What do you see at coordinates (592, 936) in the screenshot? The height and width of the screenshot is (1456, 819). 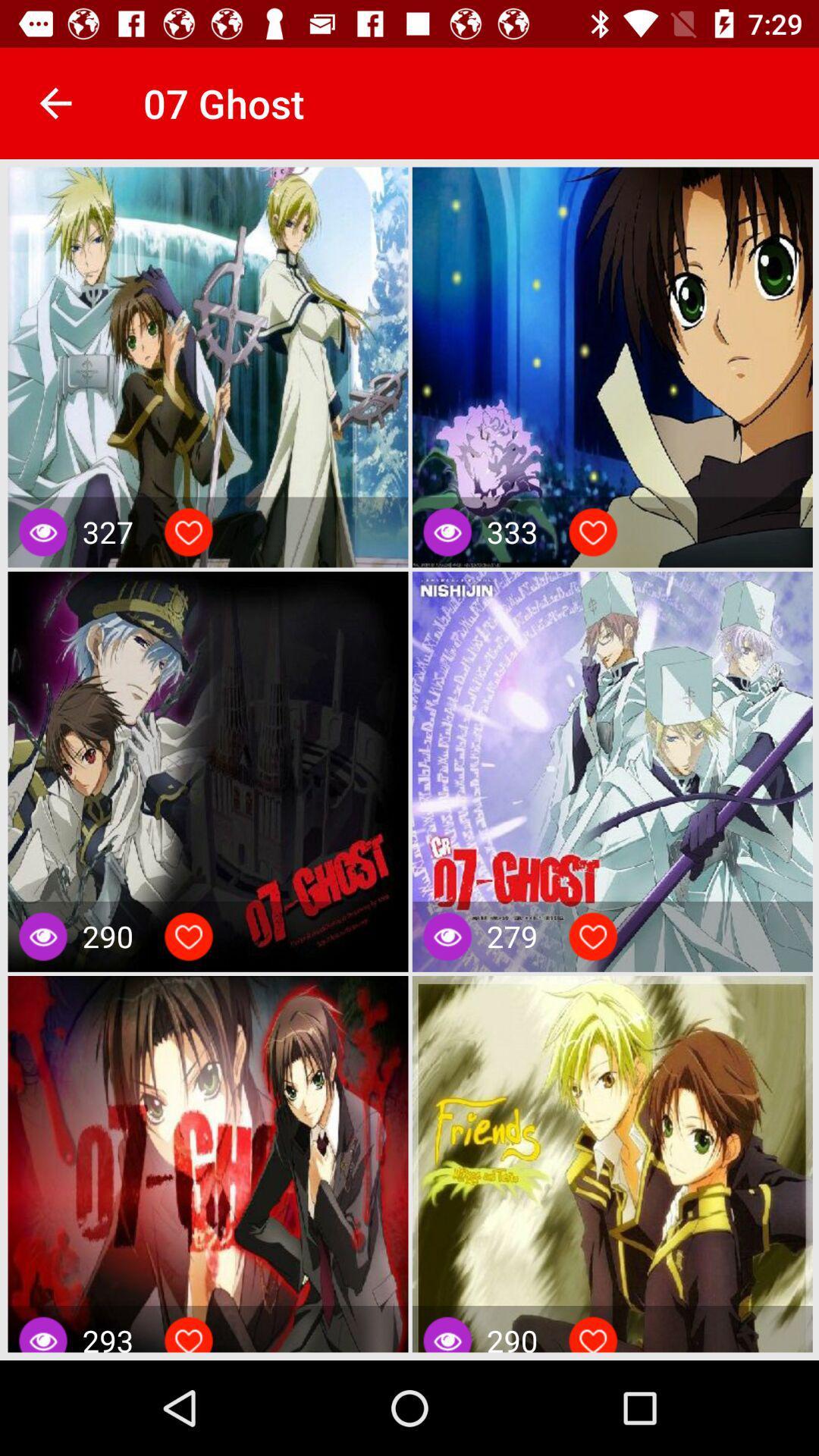 I see `episode to favorites` at bounding box center [592, 936].